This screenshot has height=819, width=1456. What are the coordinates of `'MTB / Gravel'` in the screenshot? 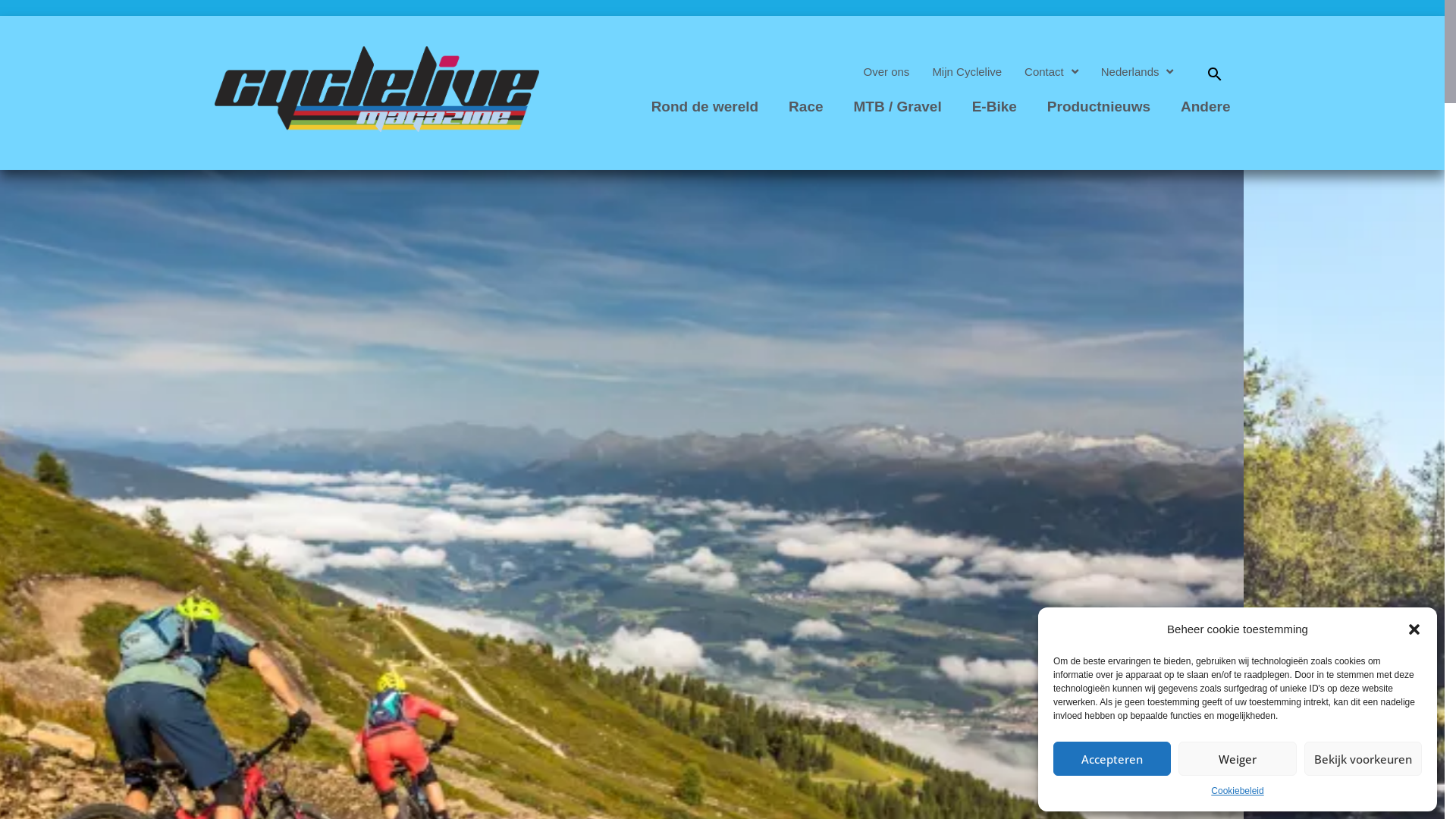 It's located at (898, 106).